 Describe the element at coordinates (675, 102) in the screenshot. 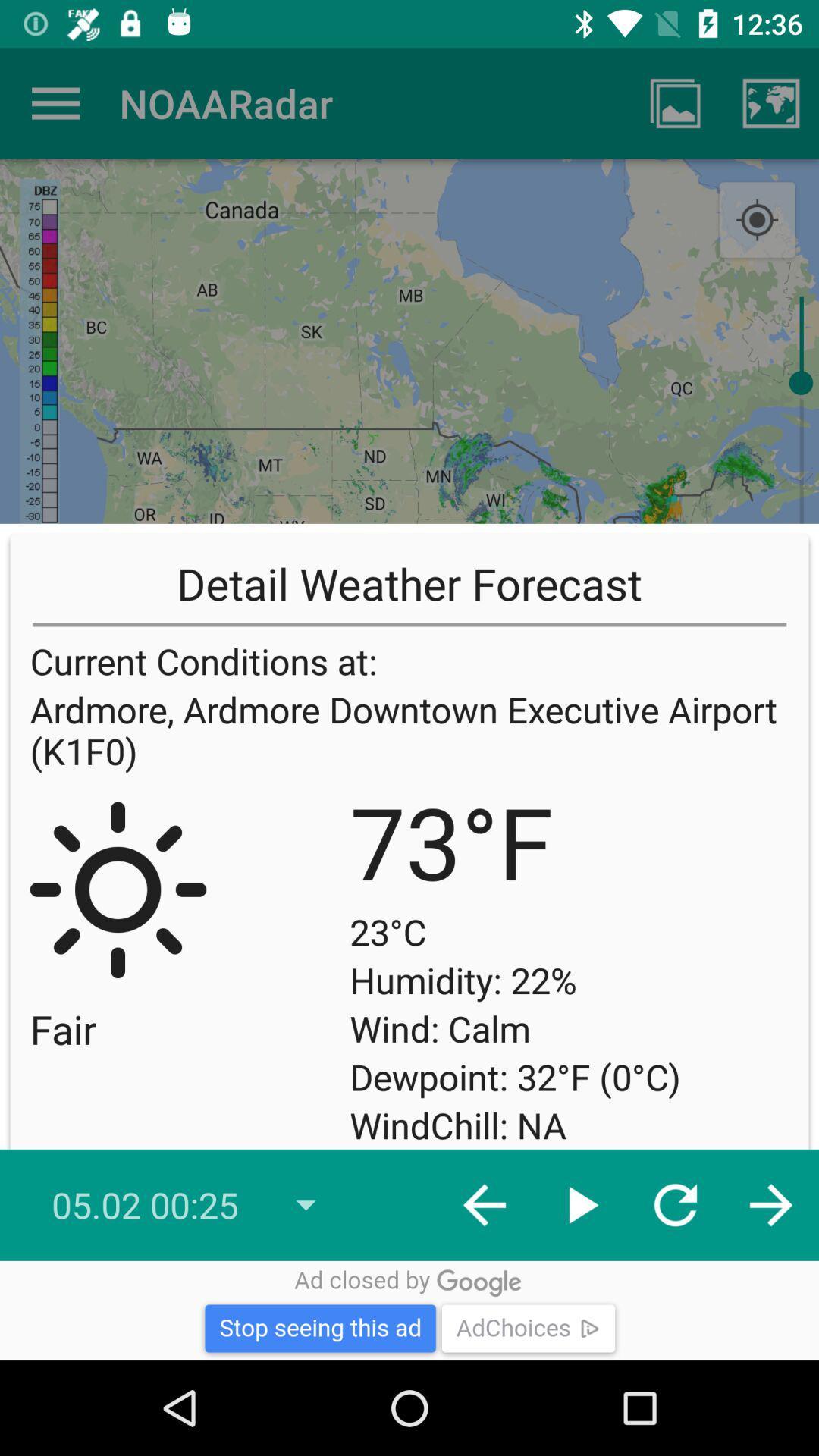

I see `app next to the noaaradar` at that location.